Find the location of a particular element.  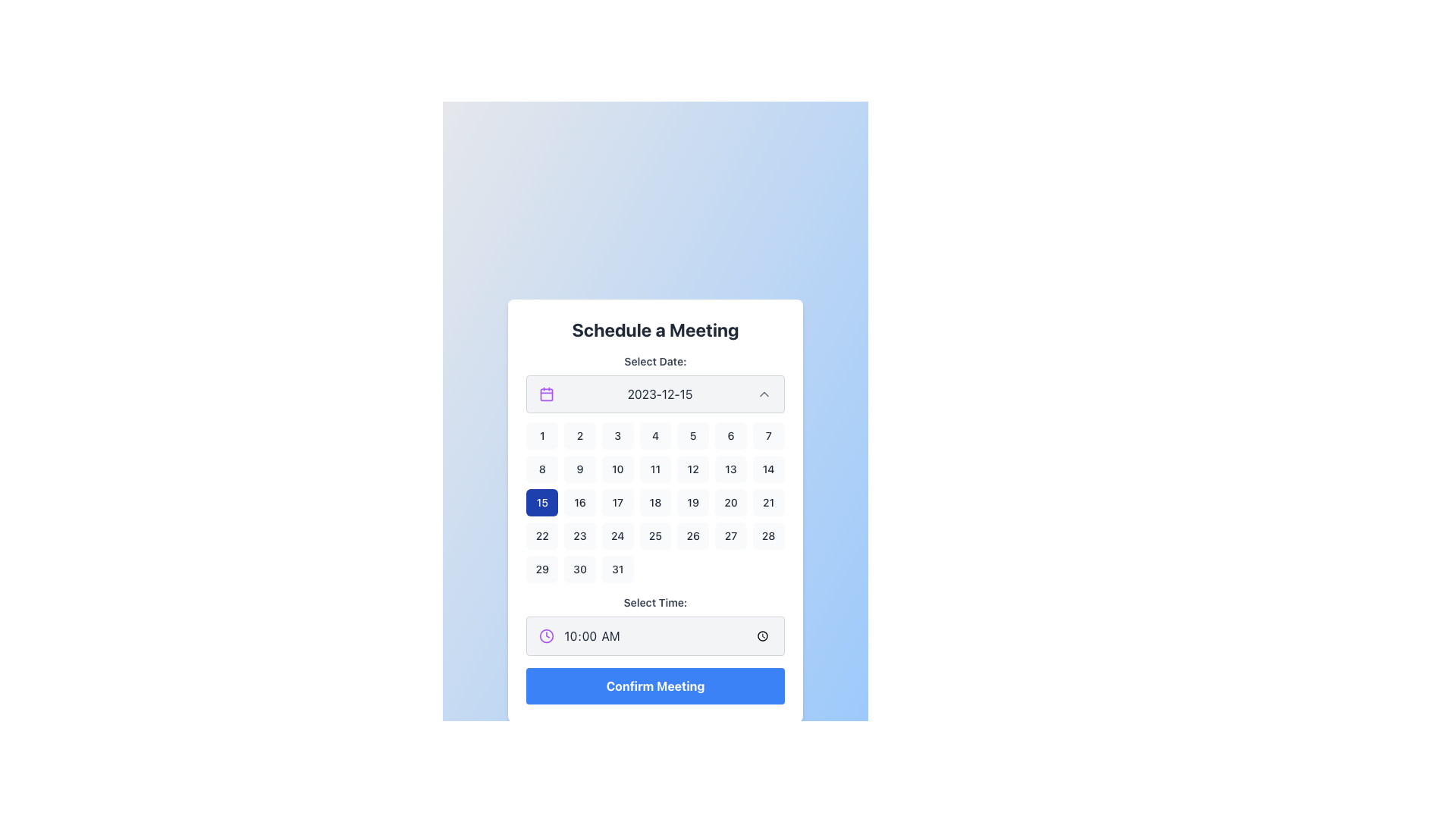

the date (13th) button in the date-picker component is located at coordinates (731, 468).